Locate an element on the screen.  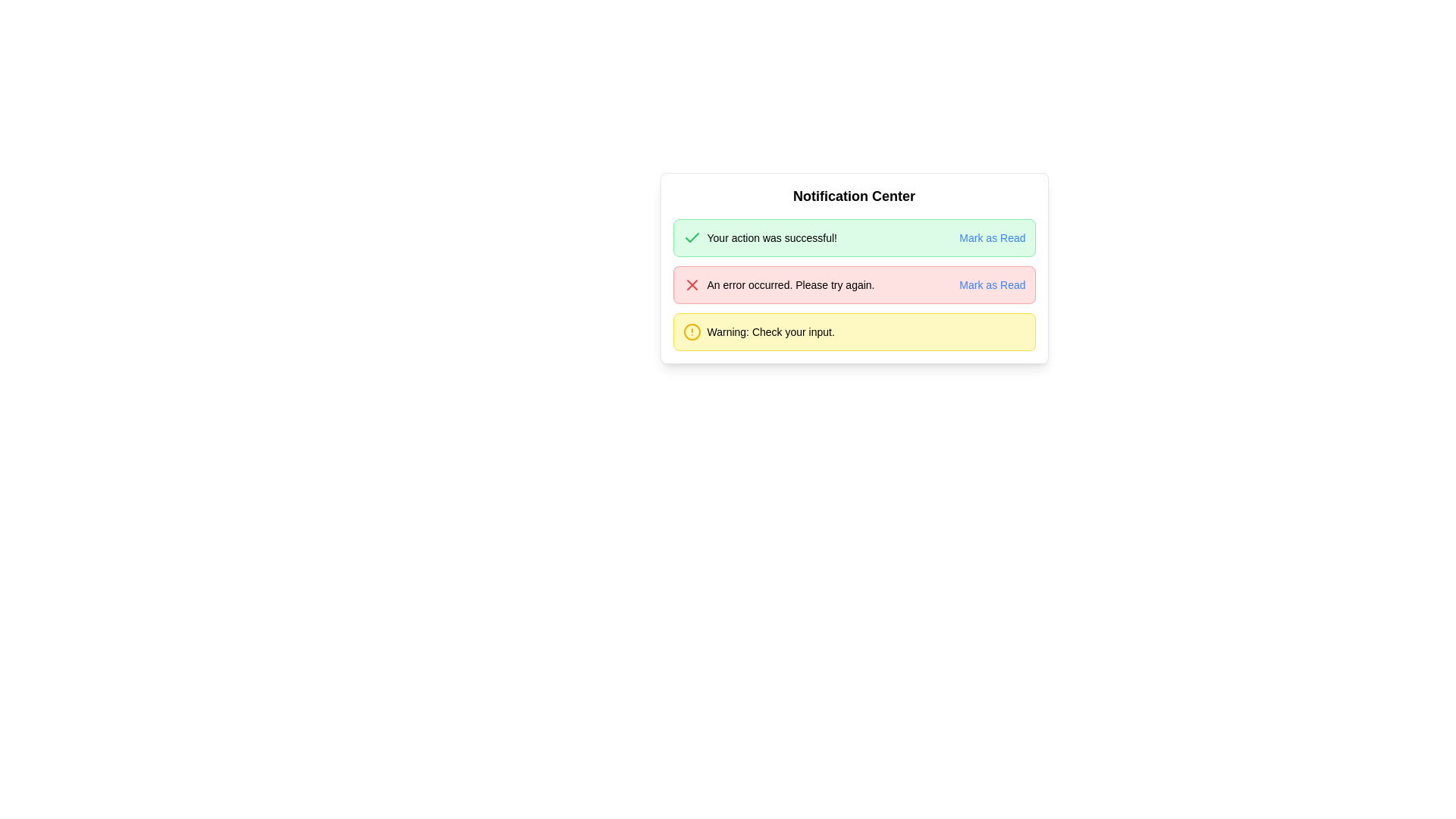
the error/warning icon located to the left of the notification text 'An error occurred. Please try again.' in the second row of the notification center is located at coordinates (691, 284).